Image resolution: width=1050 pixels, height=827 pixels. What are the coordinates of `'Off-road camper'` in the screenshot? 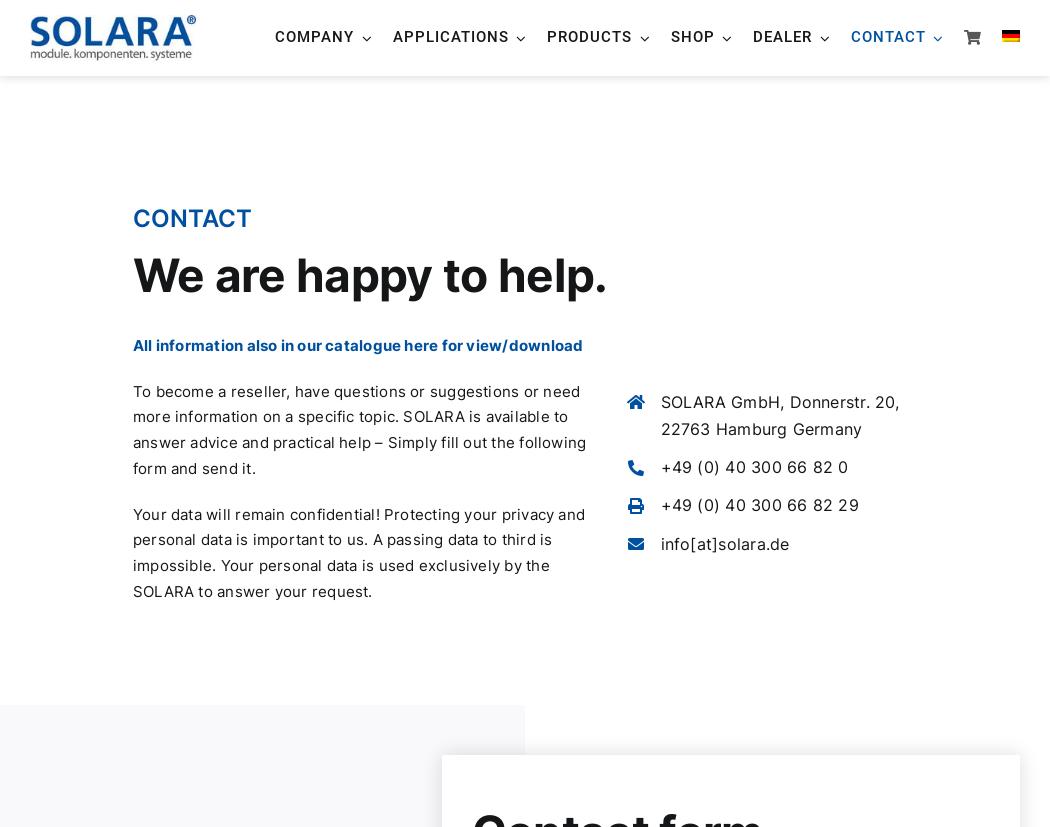 It's located at (714, 286).